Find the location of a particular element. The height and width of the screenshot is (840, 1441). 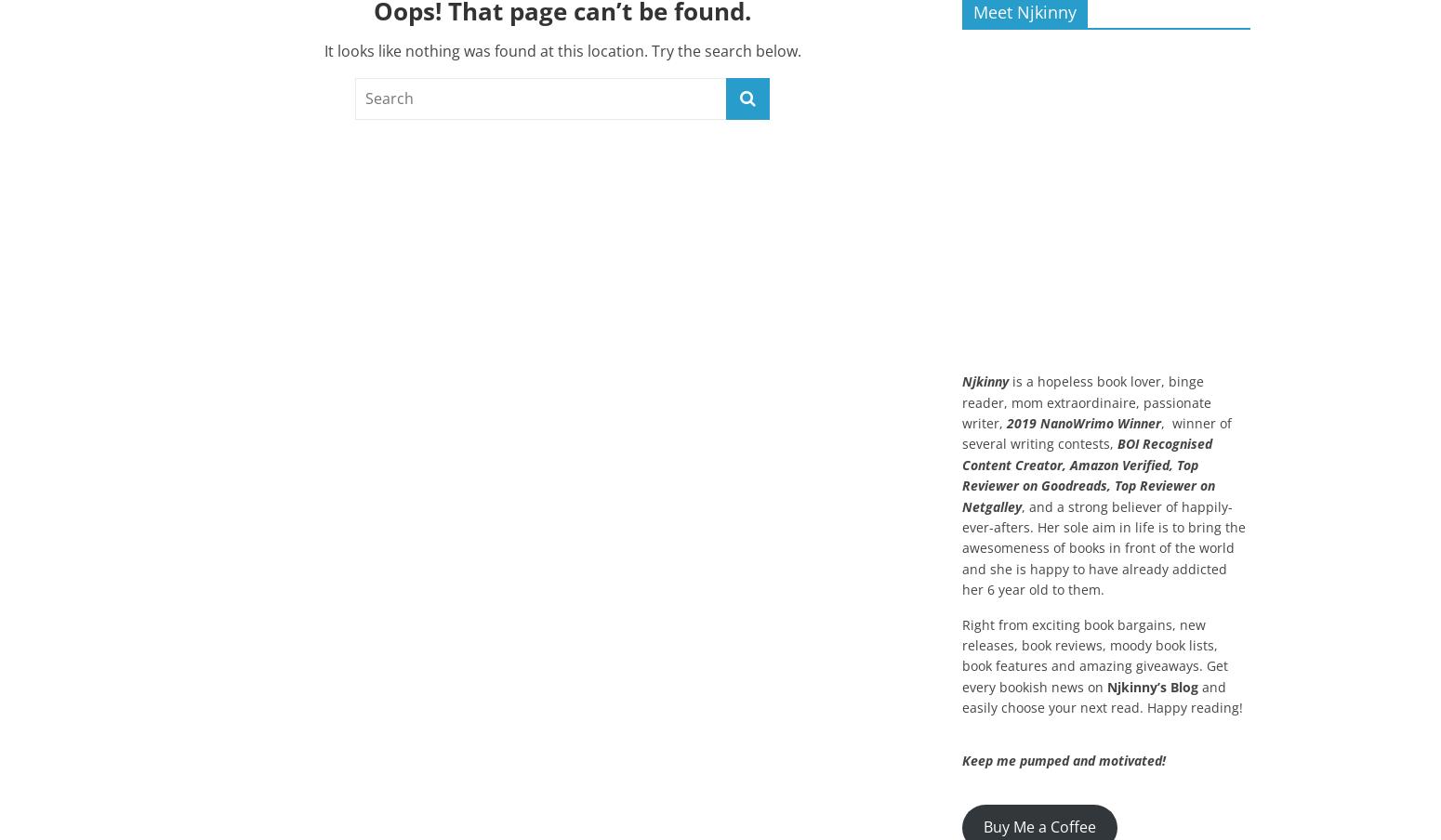

'It looks like nothing was found at this location. Try the search below.' is located at coordinates (562, 48).